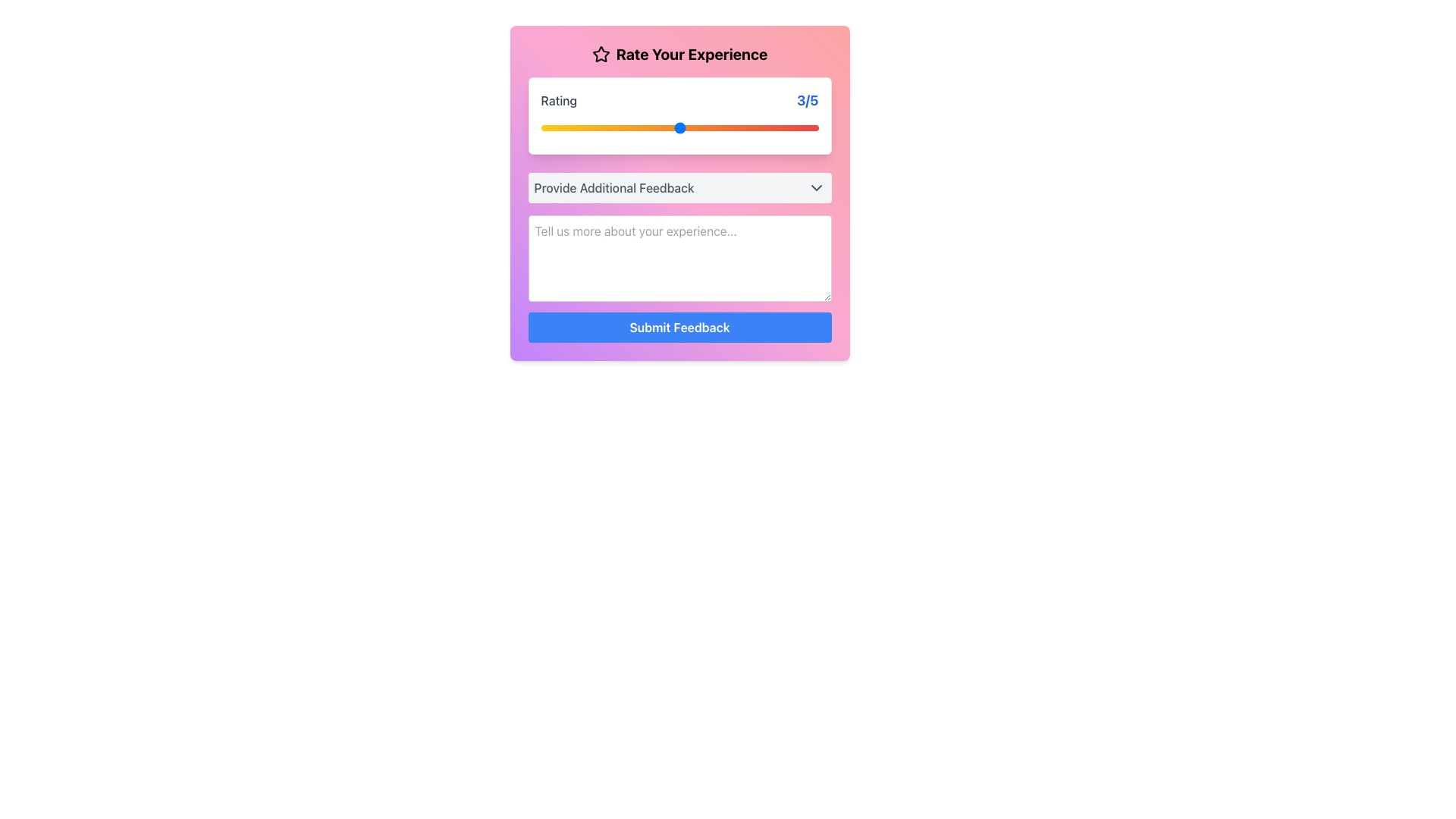 The width and height of the screenshot is (1456, 819). I want to click on the rating, so click(679, 127).